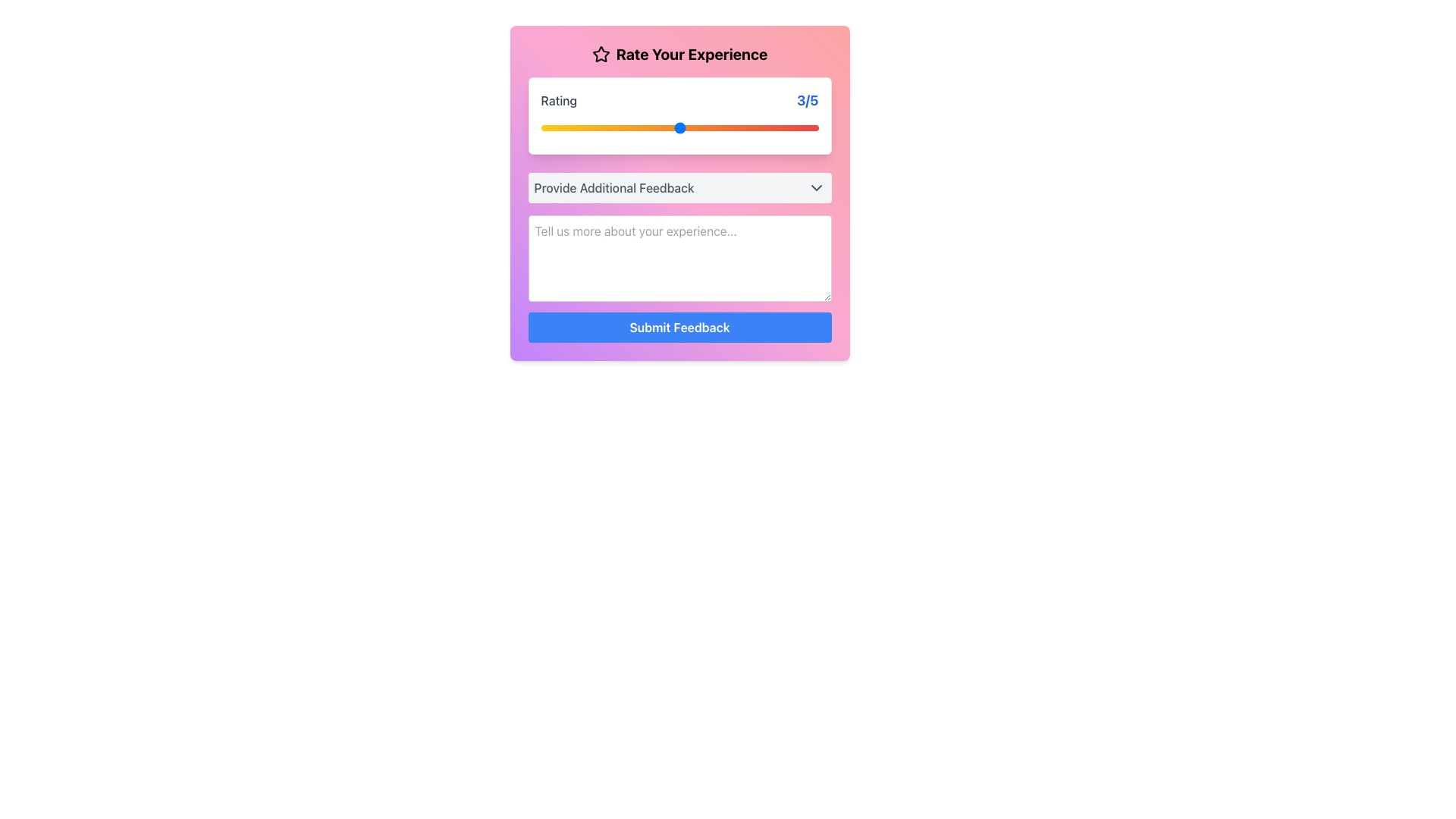 The width and height of the screenshot is (1456, 819). I want to click on the rating, so click(679, 127).